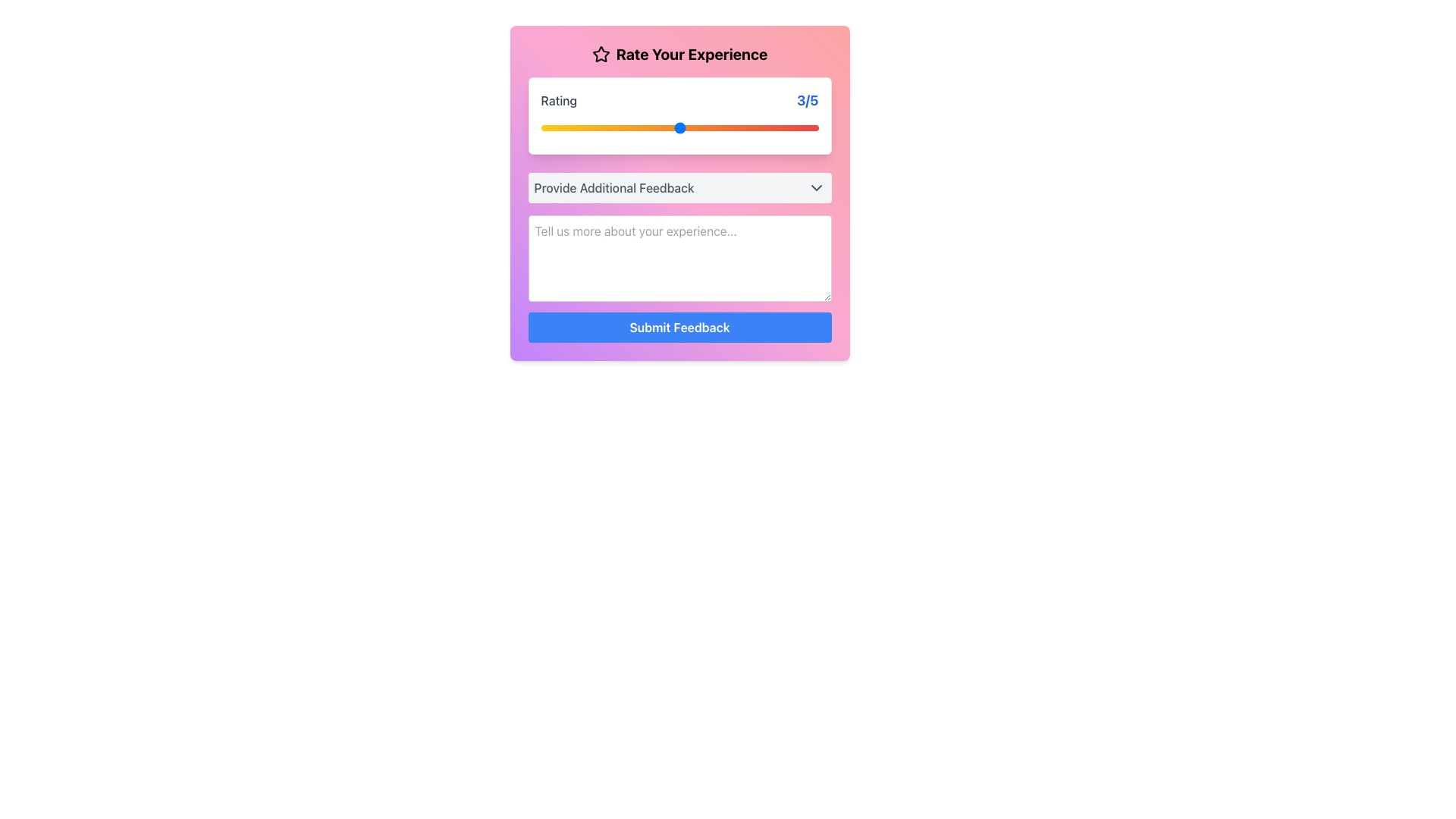 The width and height of the screenshot is (1456, 819). I want to click on the rating, so click(679, 127).